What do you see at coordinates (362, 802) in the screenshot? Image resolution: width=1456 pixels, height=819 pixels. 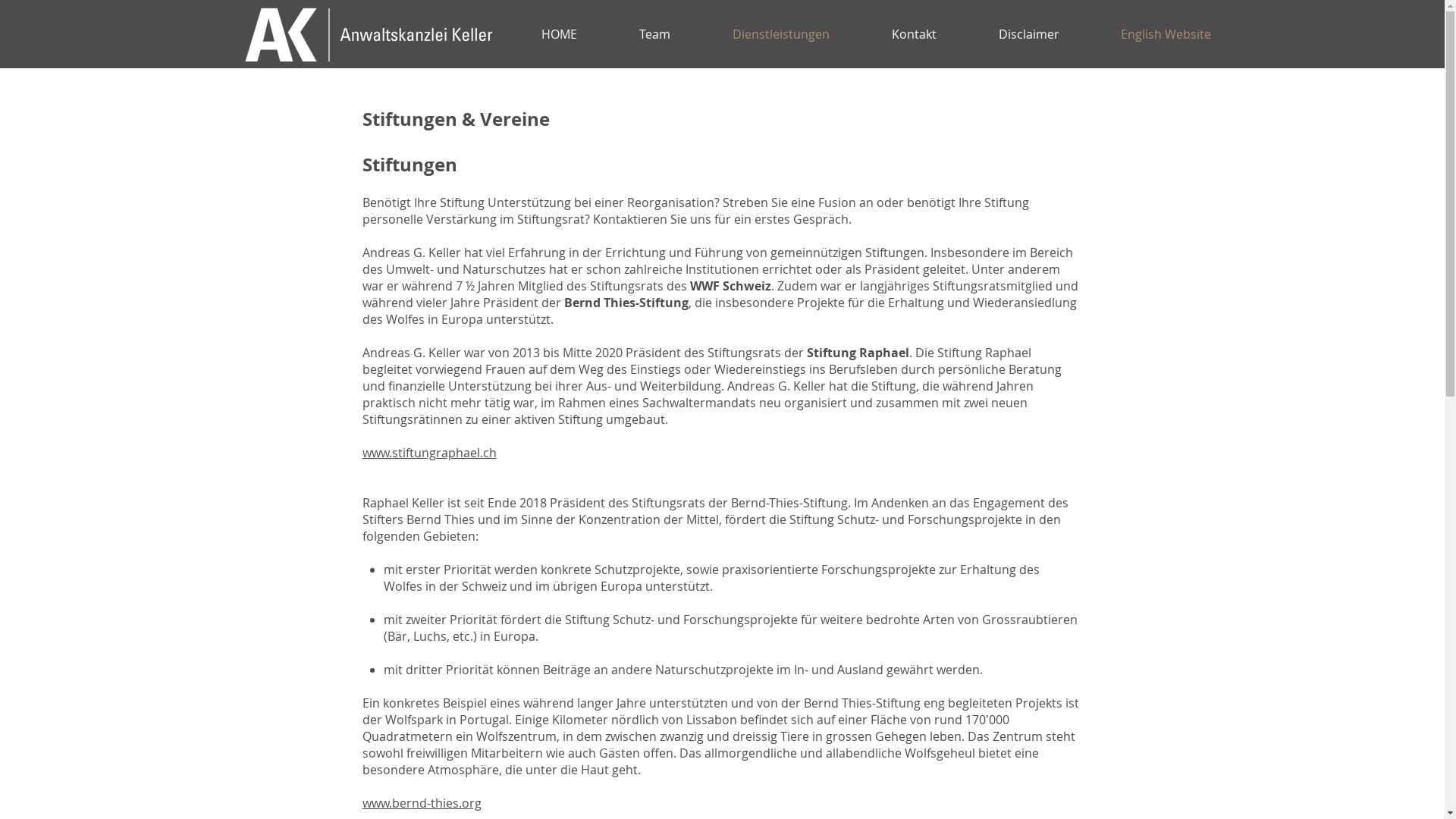 I see `'www.bernd-thies.org'` at bounding box center [362, 802].